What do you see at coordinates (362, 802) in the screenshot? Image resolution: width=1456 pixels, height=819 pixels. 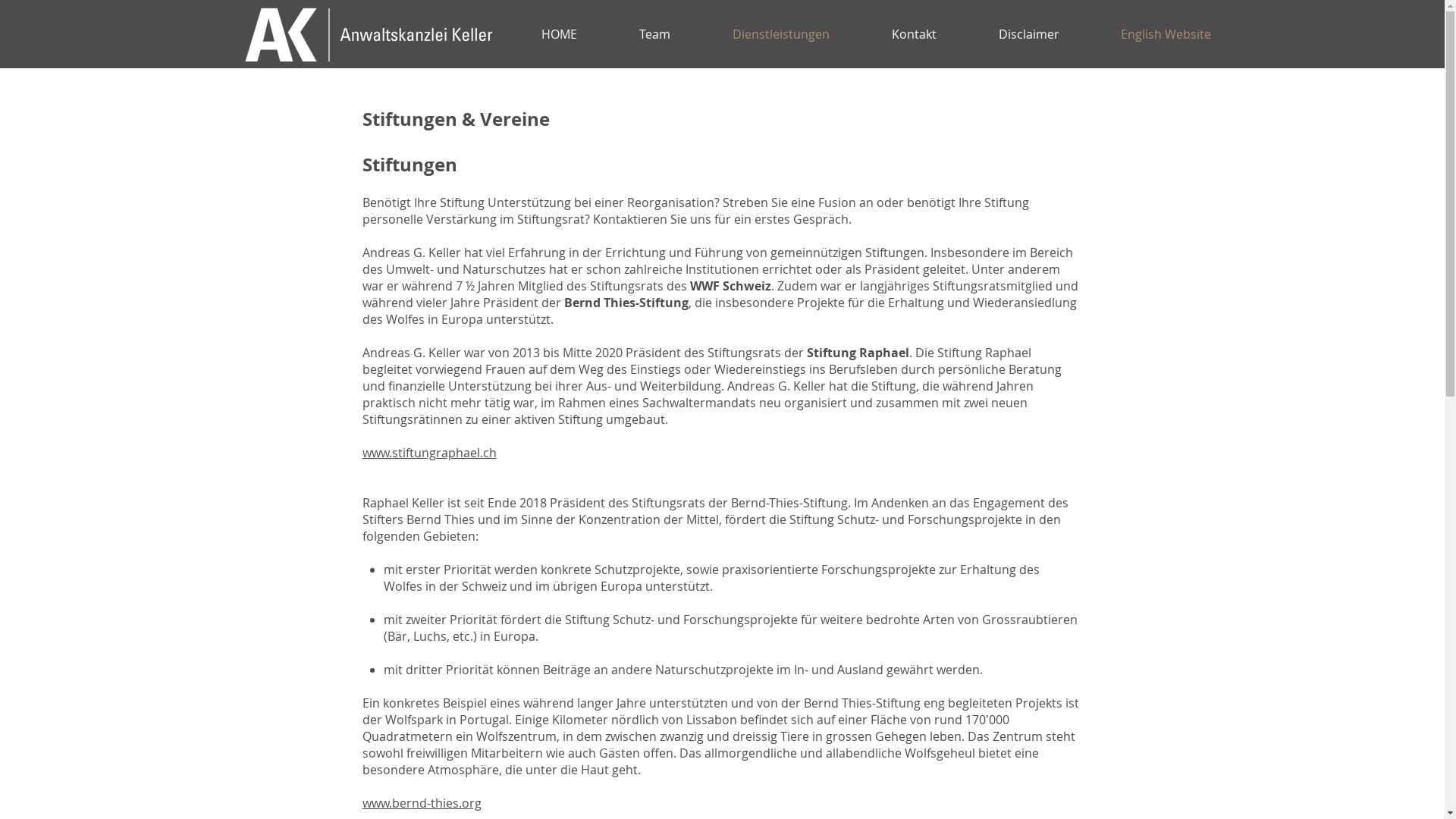 I see `'www.bernd-thies.org'` at bounding box center [362, 802].